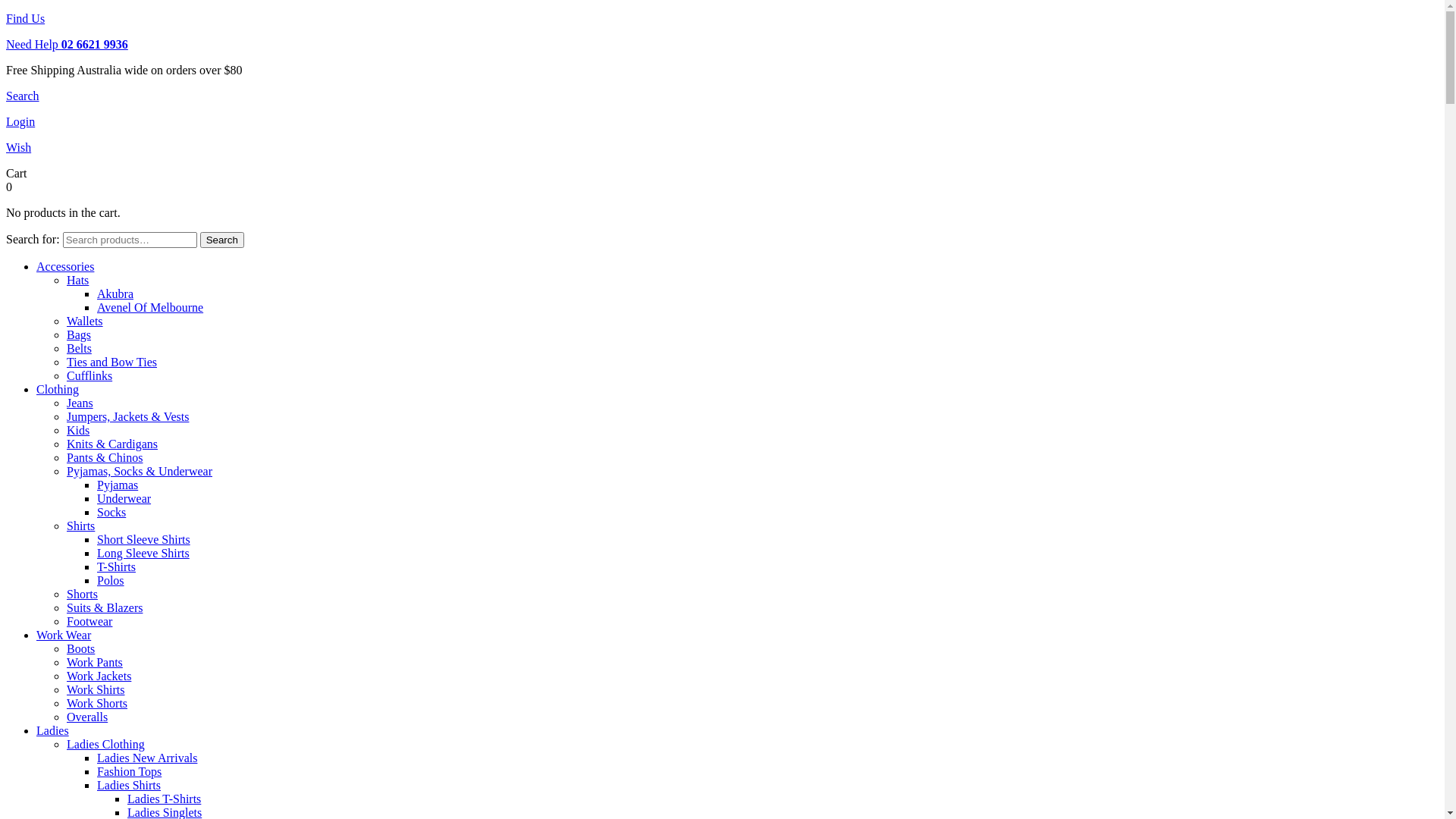  I want to click on 'Ties and Bow Ties', so click(111, 362).